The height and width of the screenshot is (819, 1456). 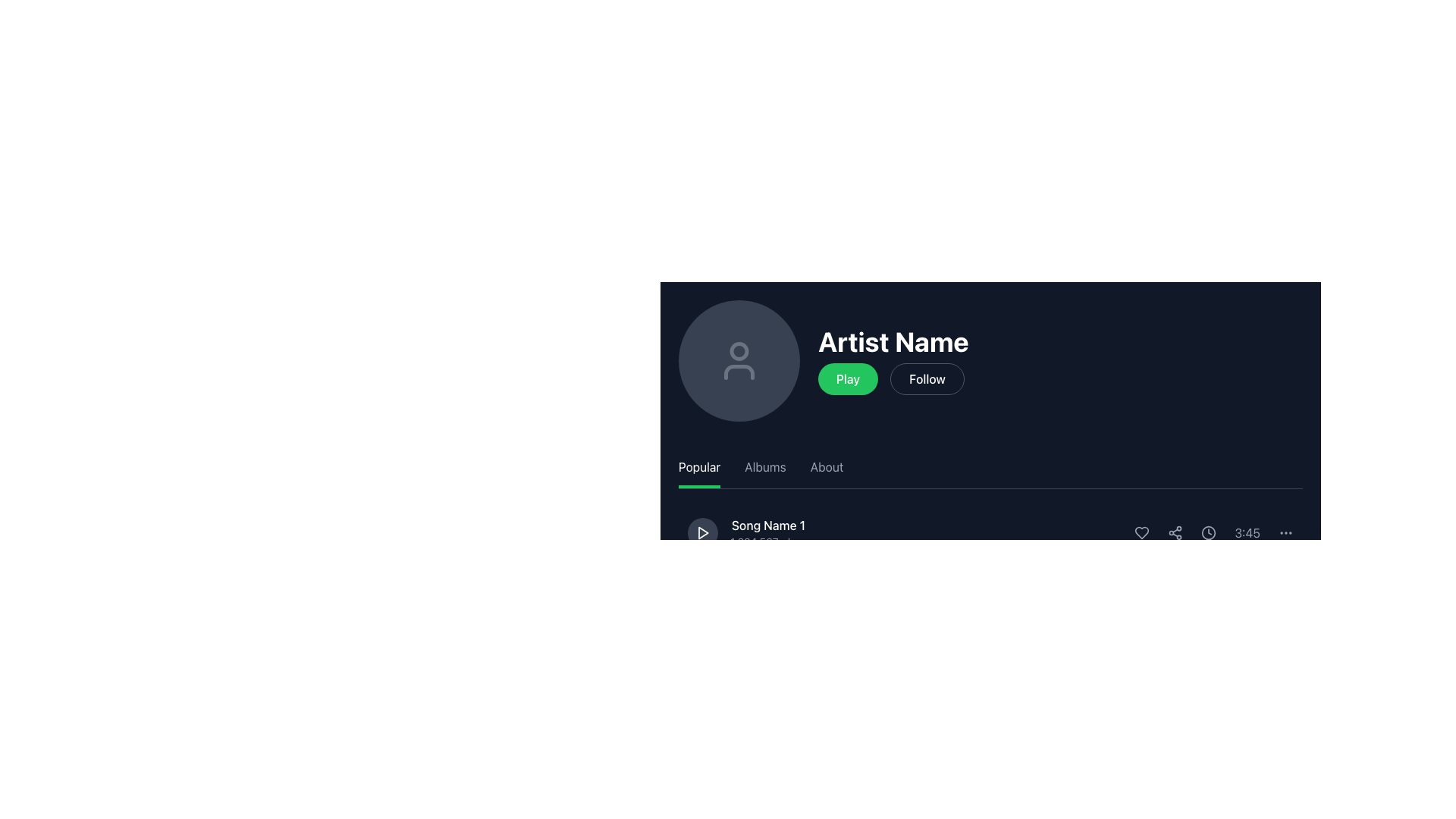 What do you see at coordinates (1142, 532) in the screenshot?
I see `the heart button, which is the first icon in the row at the bottom right of the song item display` at bounding box center [1142, 532].